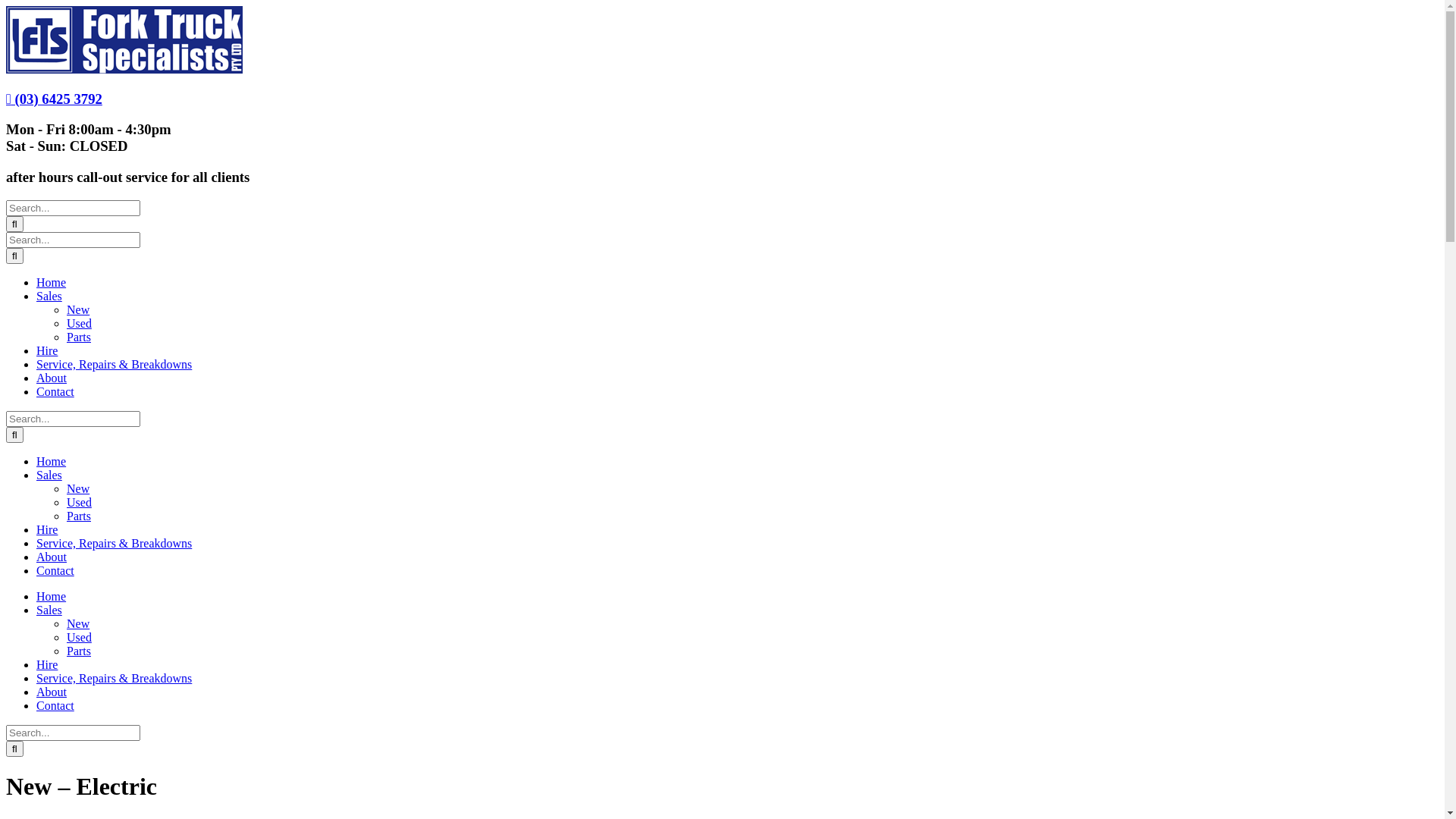  I want to click on 'Home', so click(51, 595).